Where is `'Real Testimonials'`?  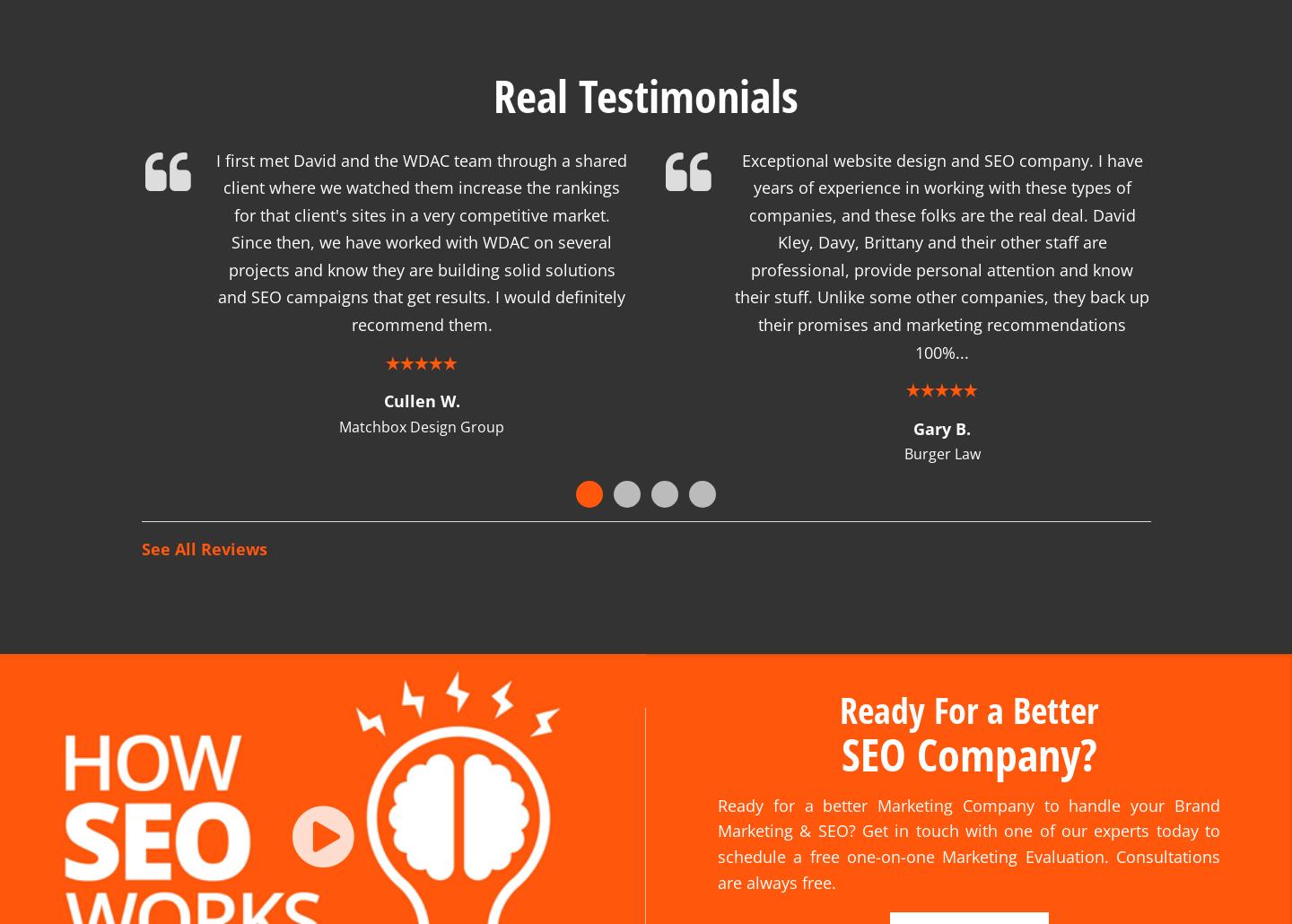 'Real Testimonials' is located at coordinates (493, 73).